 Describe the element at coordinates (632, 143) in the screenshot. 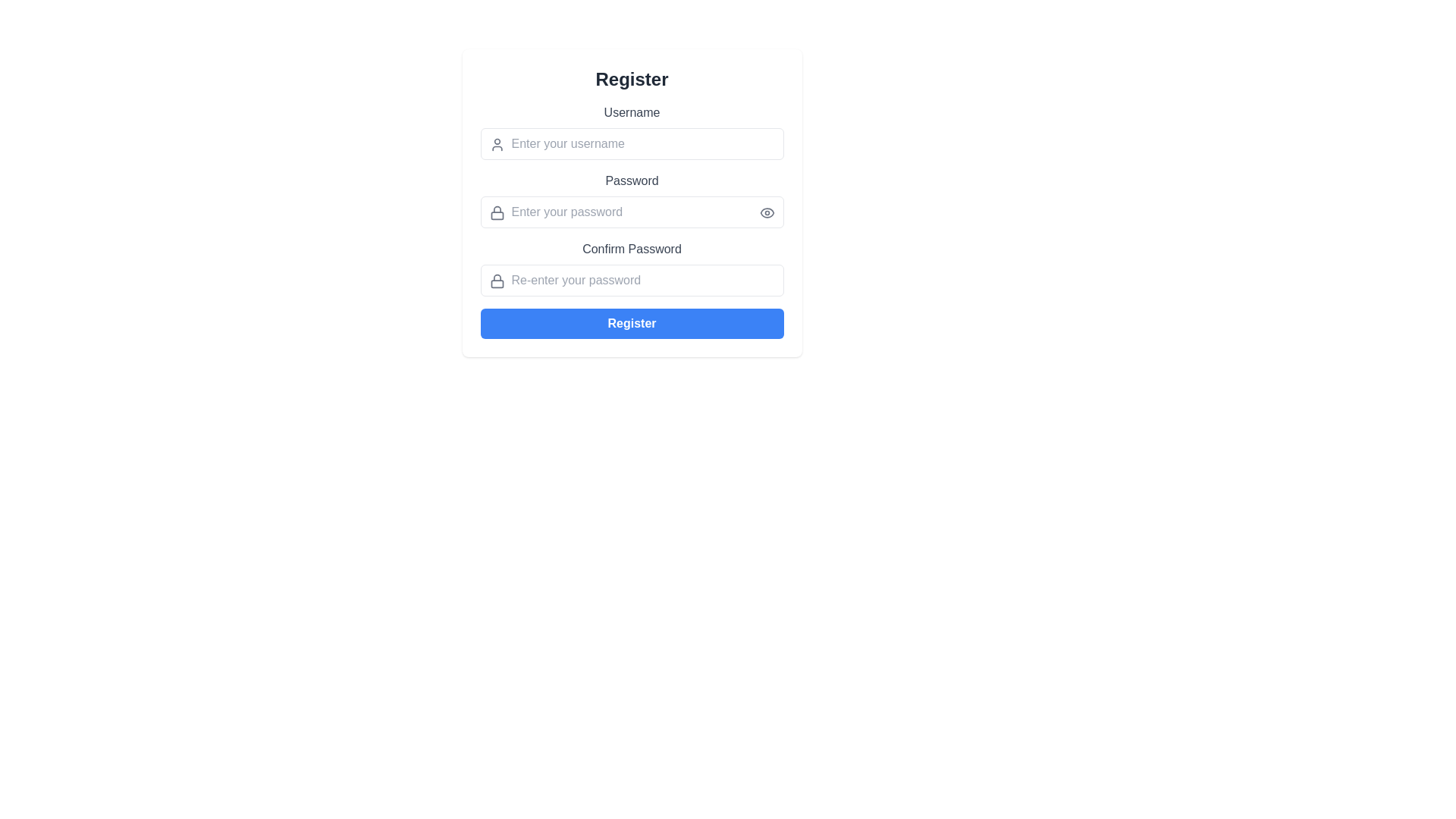

I see `the text input field for entering a username by using the tab key` at that location.